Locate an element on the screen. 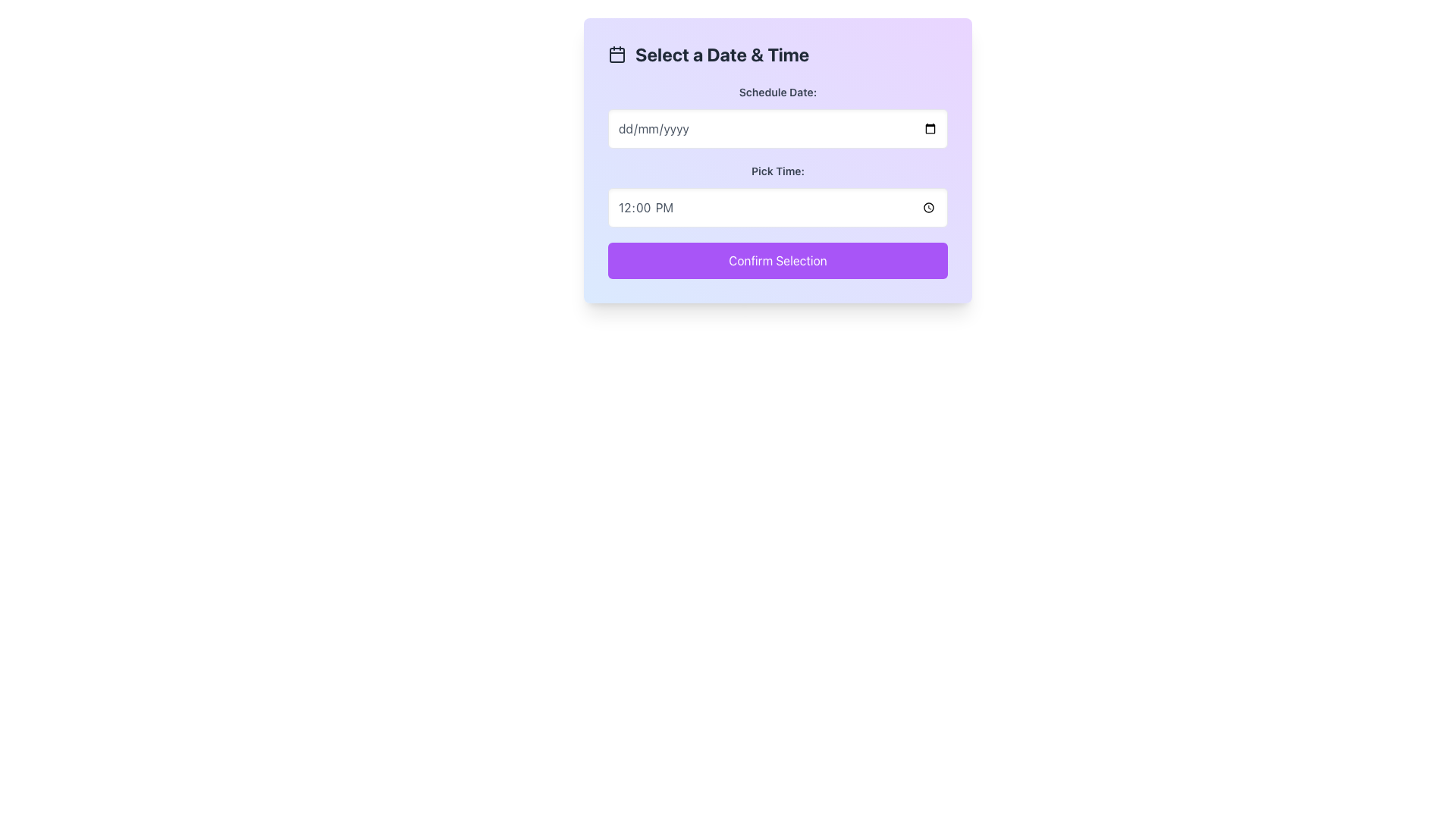 This screenshot has width=1456, height=819. the date selection icon positioned to the left of the 'Select a Date & Time' section title is located at coordinates (617, 54).